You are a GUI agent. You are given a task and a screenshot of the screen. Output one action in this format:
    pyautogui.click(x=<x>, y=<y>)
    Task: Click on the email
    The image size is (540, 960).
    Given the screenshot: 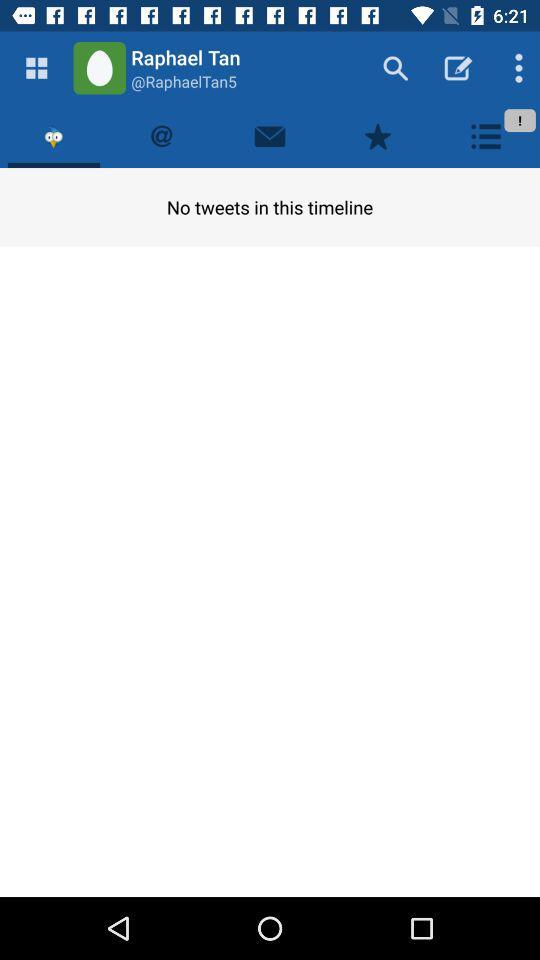 What is the action you would take?
    pyautogui.click(x=270, y=135)
    